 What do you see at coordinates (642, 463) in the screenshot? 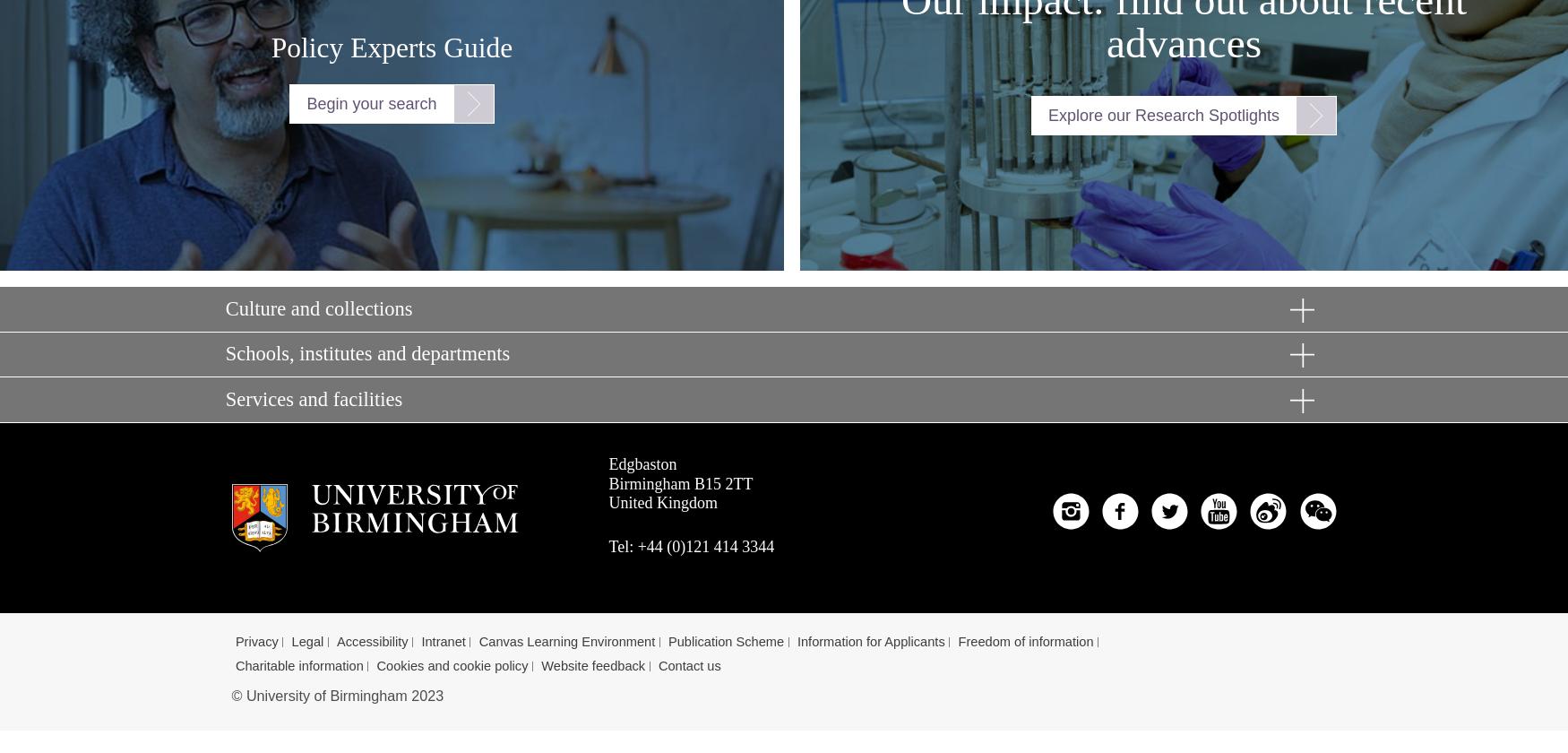
I see `'Edgbaston'` at bounding box center [642, 463].